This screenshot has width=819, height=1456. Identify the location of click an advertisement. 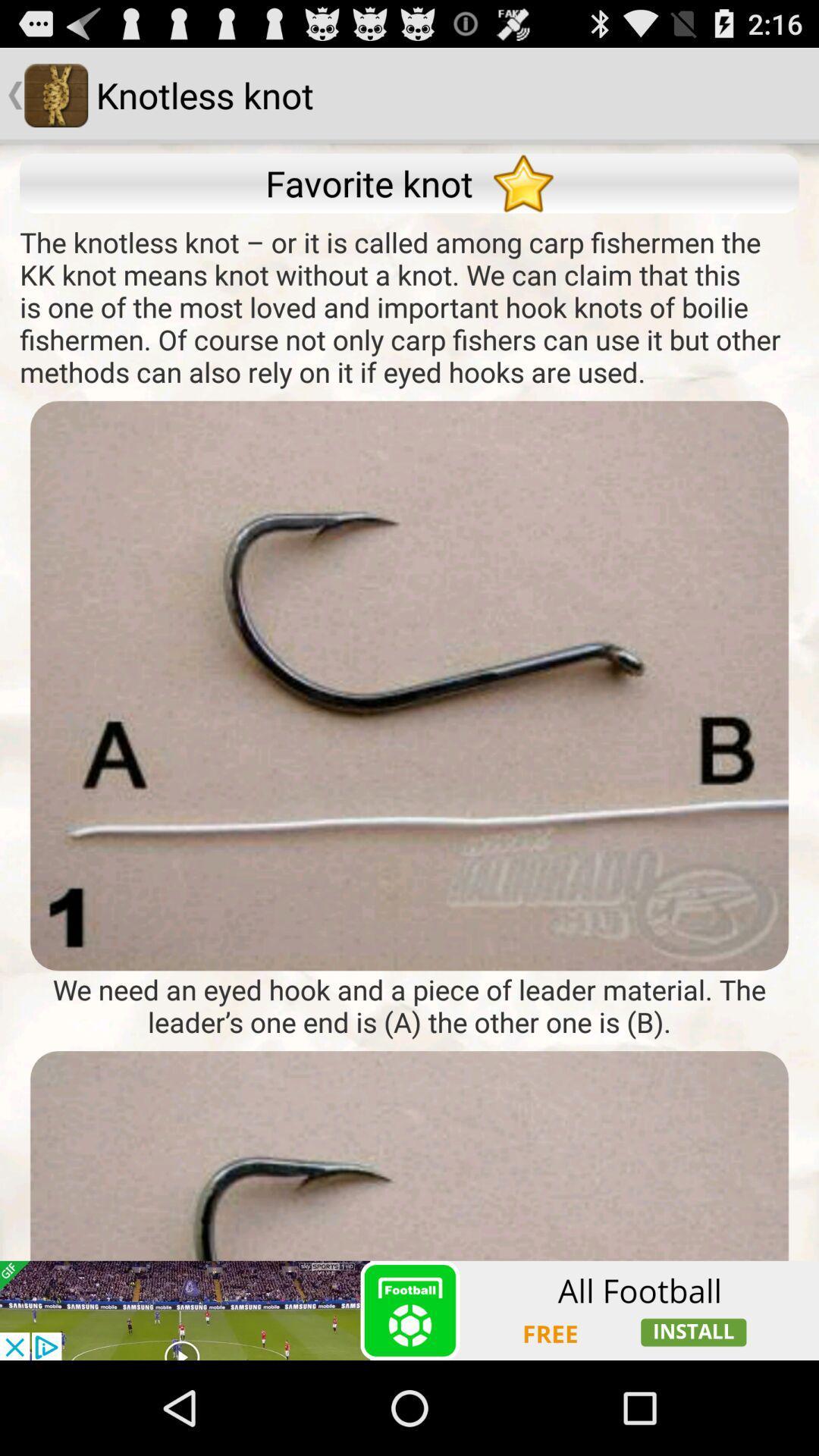
(409, 1310).